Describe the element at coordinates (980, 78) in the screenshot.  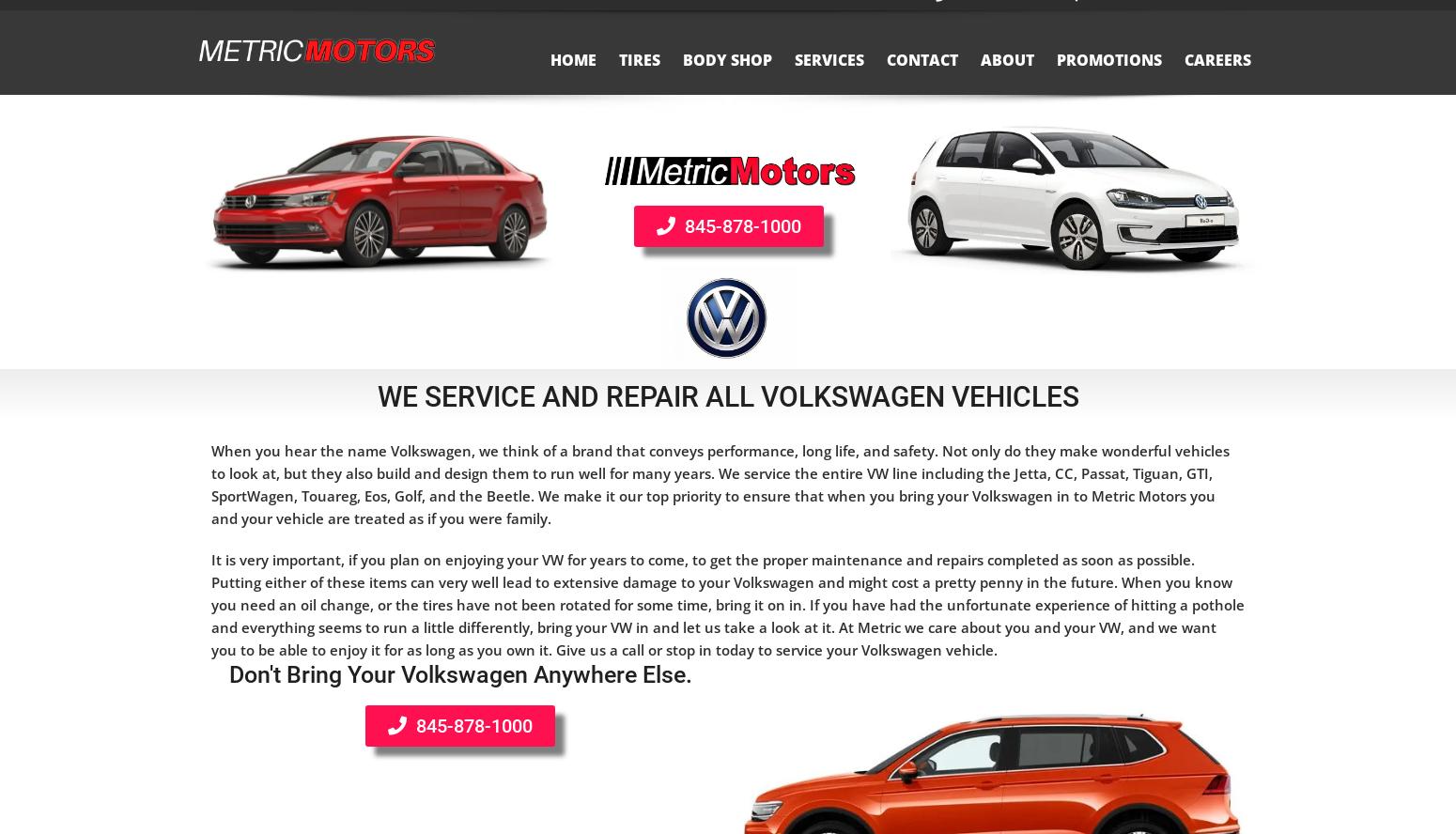
I see `'About'` at that location.